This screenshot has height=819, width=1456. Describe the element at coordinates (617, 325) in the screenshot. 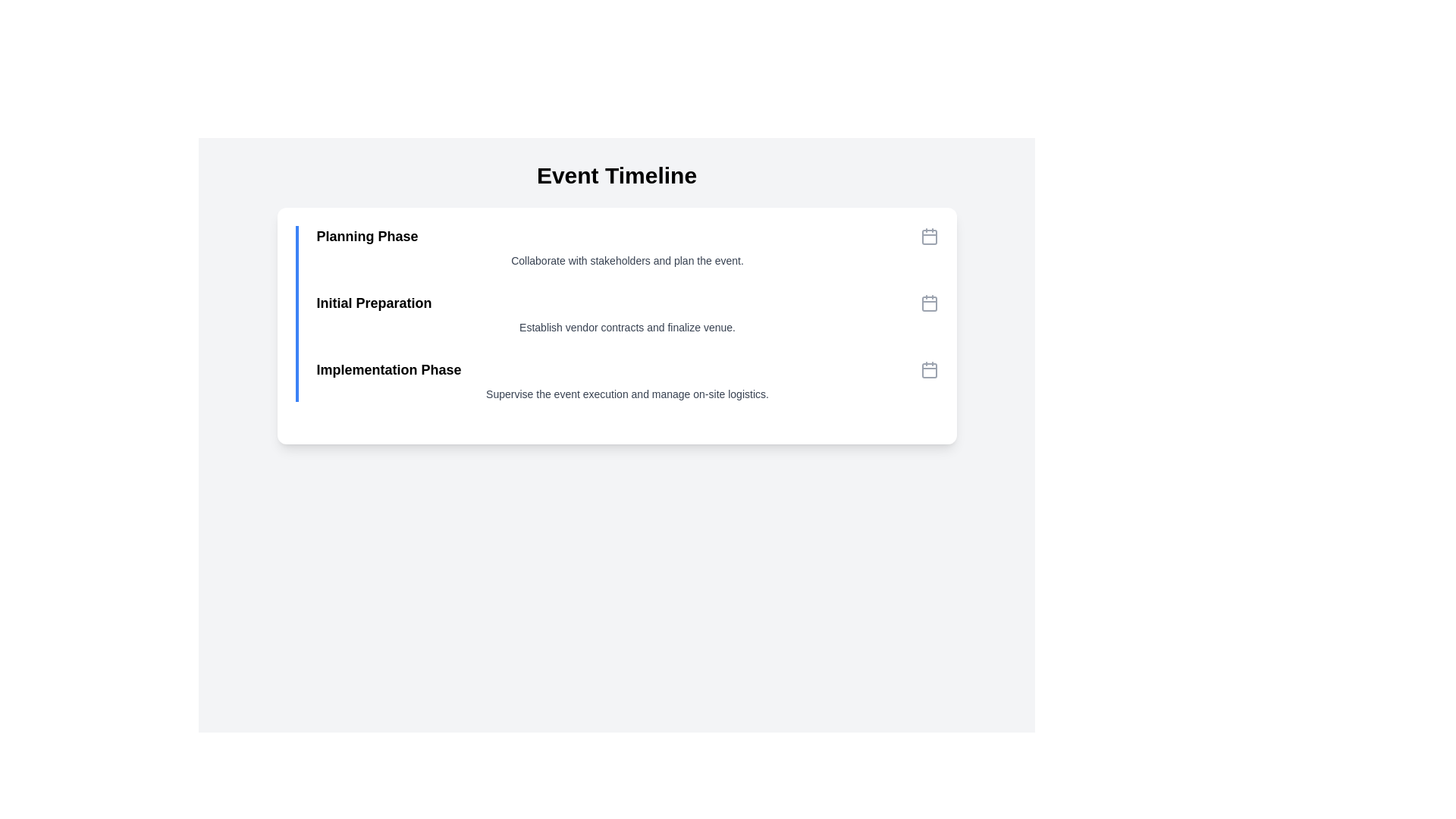

I see `the centrally located text block that informs the user about the steps or phases of an event timeline, positioned below the header text 'Event Timeline'` at that location.